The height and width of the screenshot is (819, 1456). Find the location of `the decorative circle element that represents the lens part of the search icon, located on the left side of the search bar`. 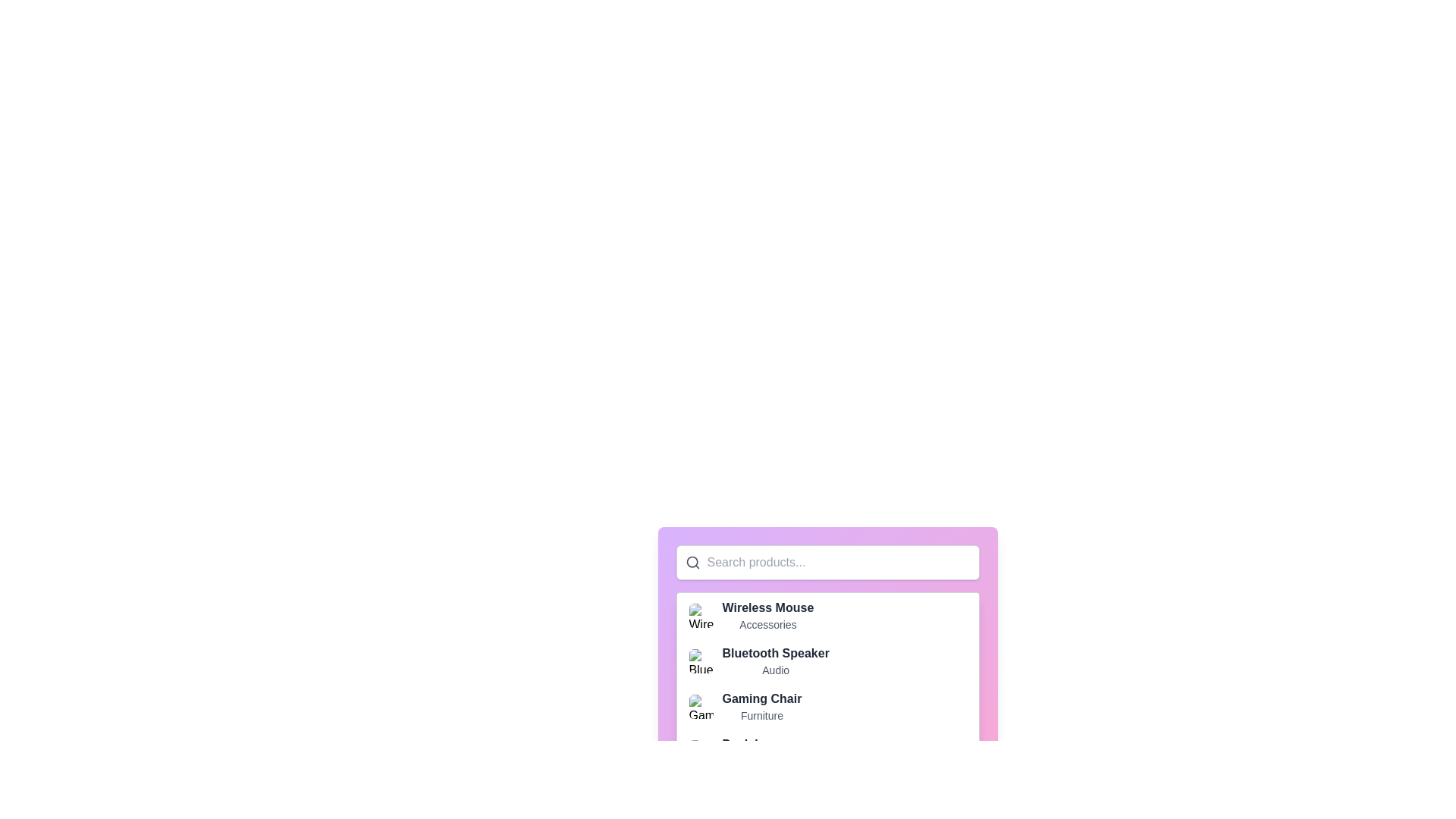

the decorative circle element that represents the lens part of the search icon, located on the left side of the search bar is located at coordinates (691, 562).